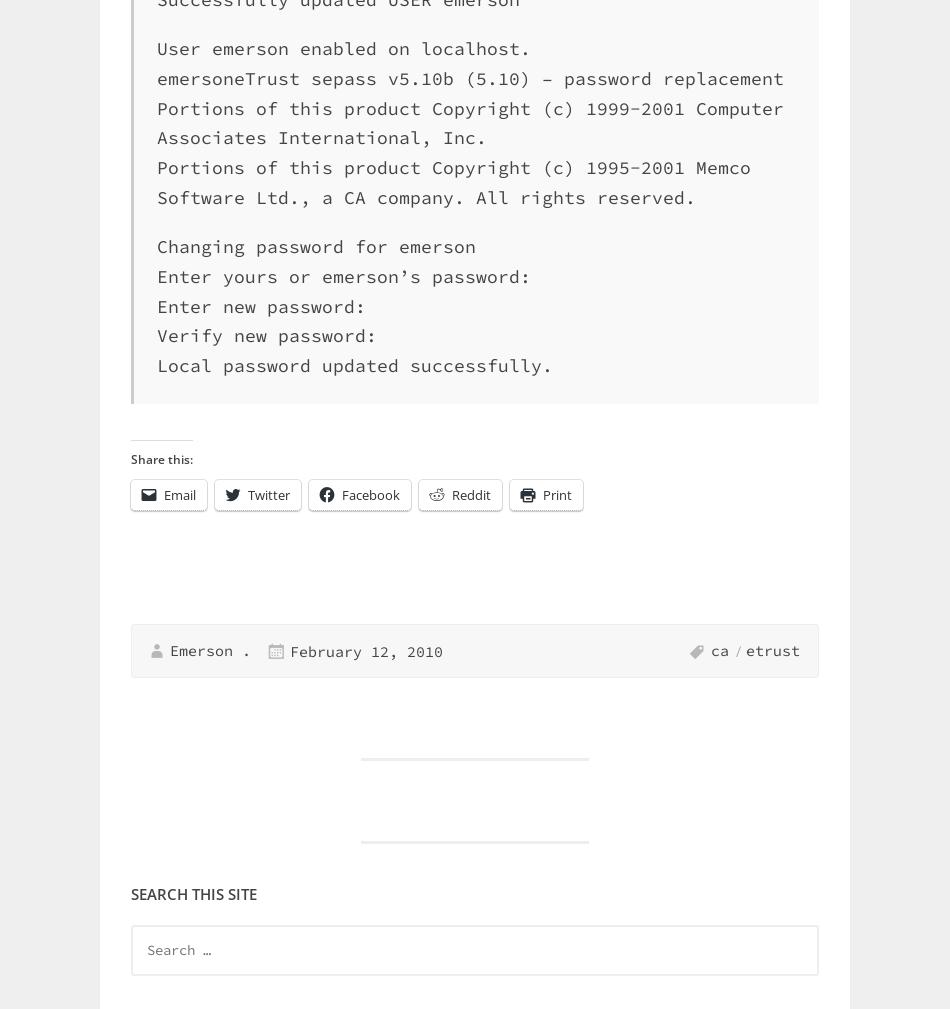 This screenshot has width=950, height=1009. I want to click on 'Twitter', so click(247, 494).